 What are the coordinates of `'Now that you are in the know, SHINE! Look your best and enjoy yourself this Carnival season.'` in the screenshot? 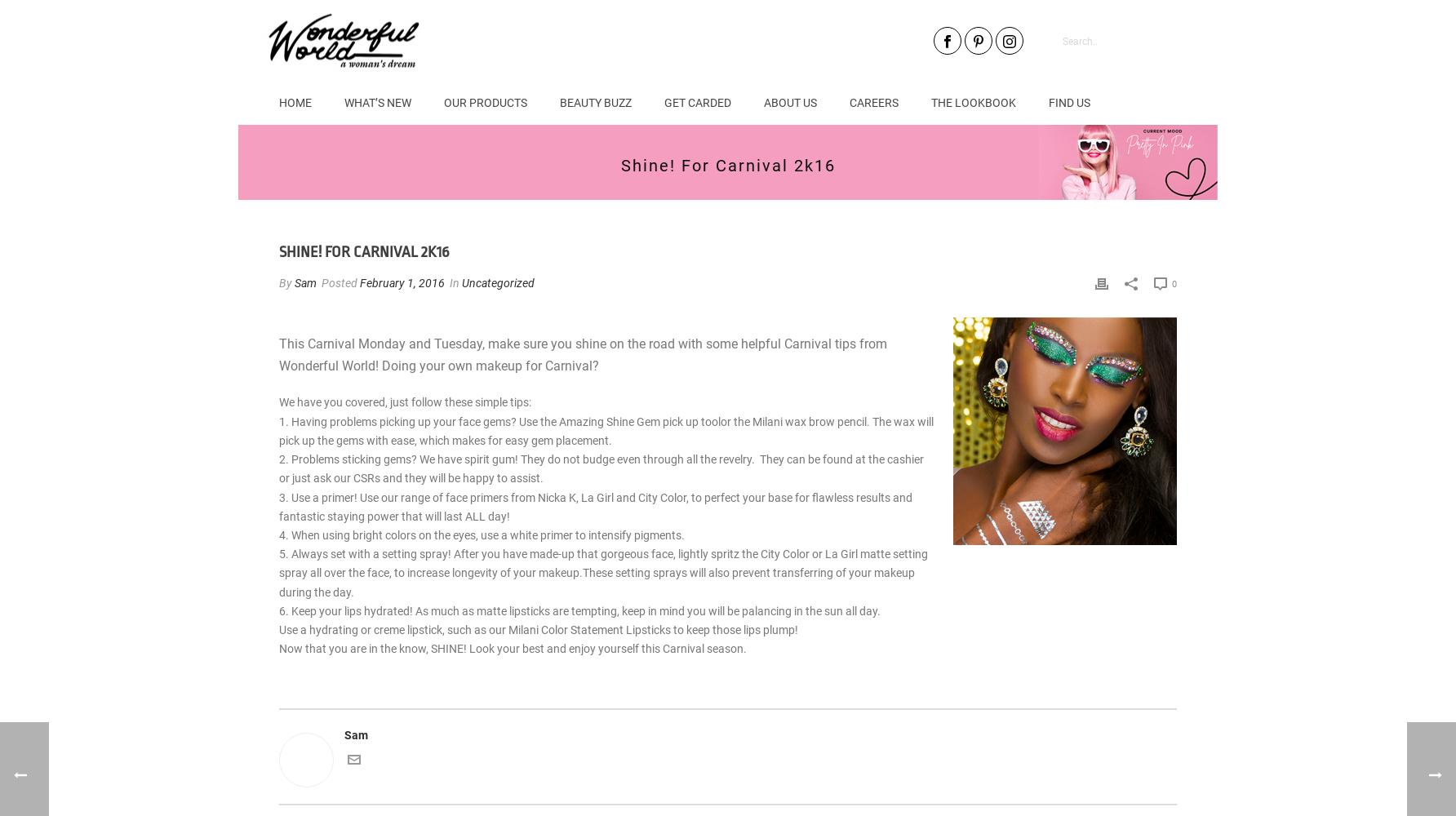 It's located at (512, 649).